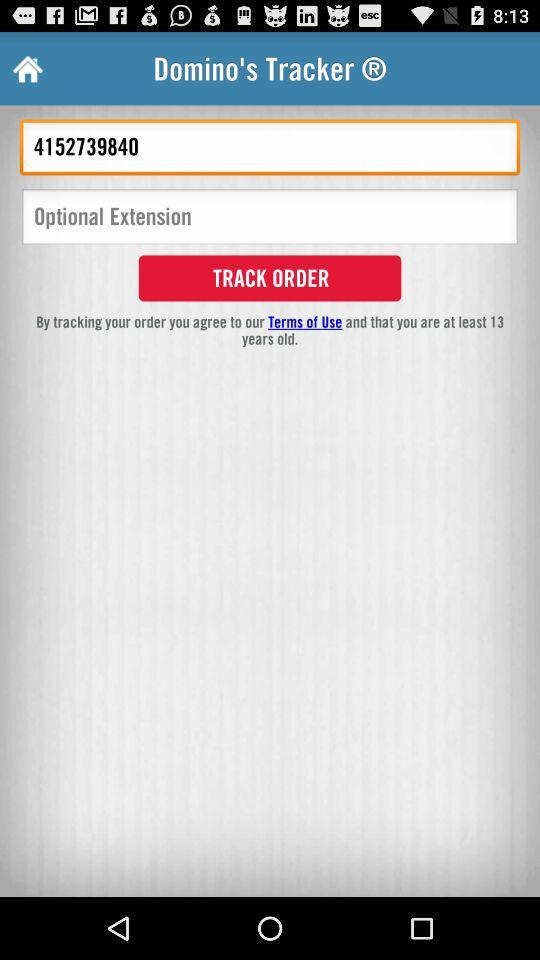 This screenshot has height=960, width=540. Describe the element at coordinates (270, 219) in the screenshot. I see `extension` at that location.